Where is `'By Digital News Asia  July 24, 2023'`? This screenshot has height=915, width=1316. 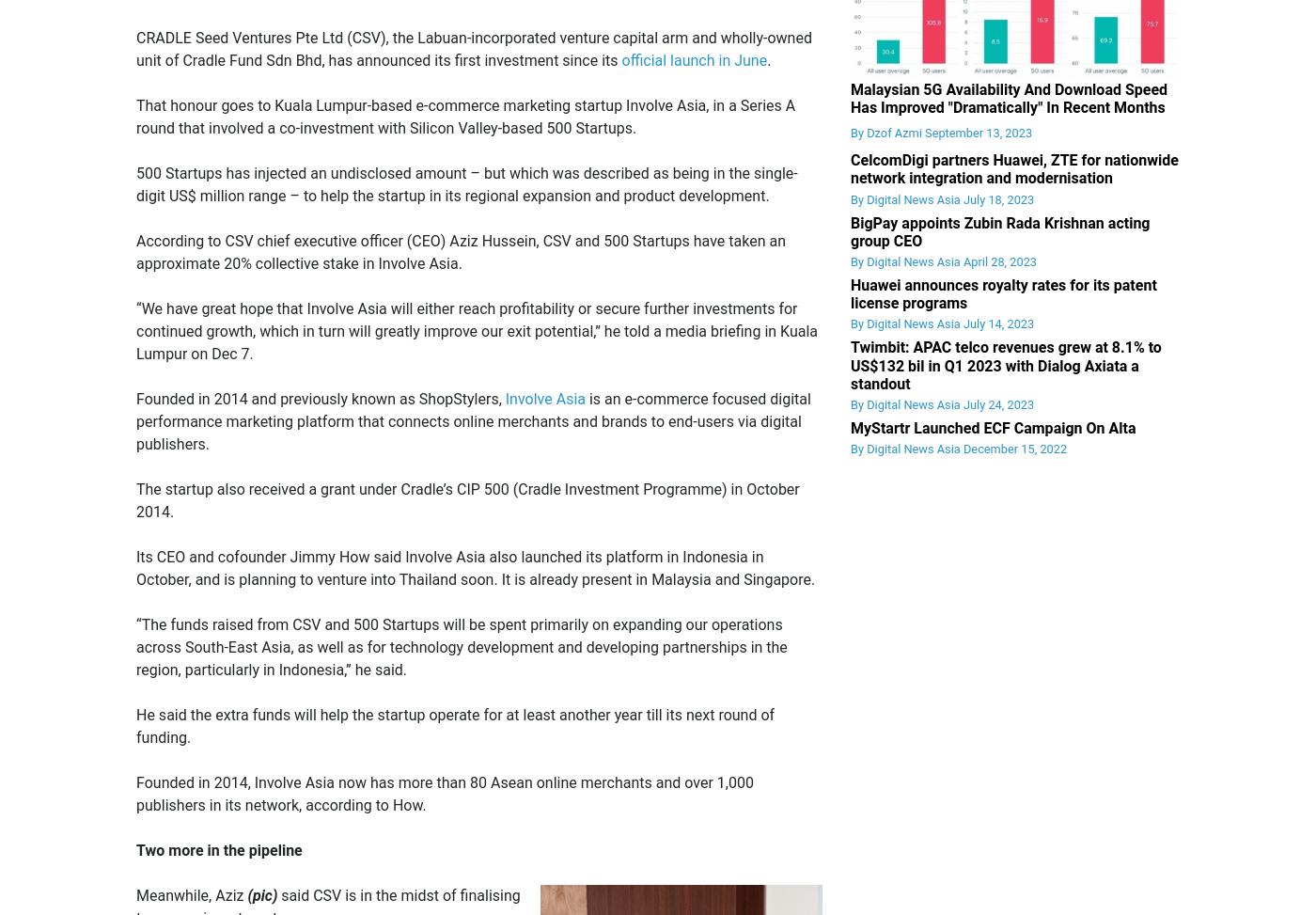 'By Digital News Asia  July 24, 2023' is located at coordinates (942, 403).